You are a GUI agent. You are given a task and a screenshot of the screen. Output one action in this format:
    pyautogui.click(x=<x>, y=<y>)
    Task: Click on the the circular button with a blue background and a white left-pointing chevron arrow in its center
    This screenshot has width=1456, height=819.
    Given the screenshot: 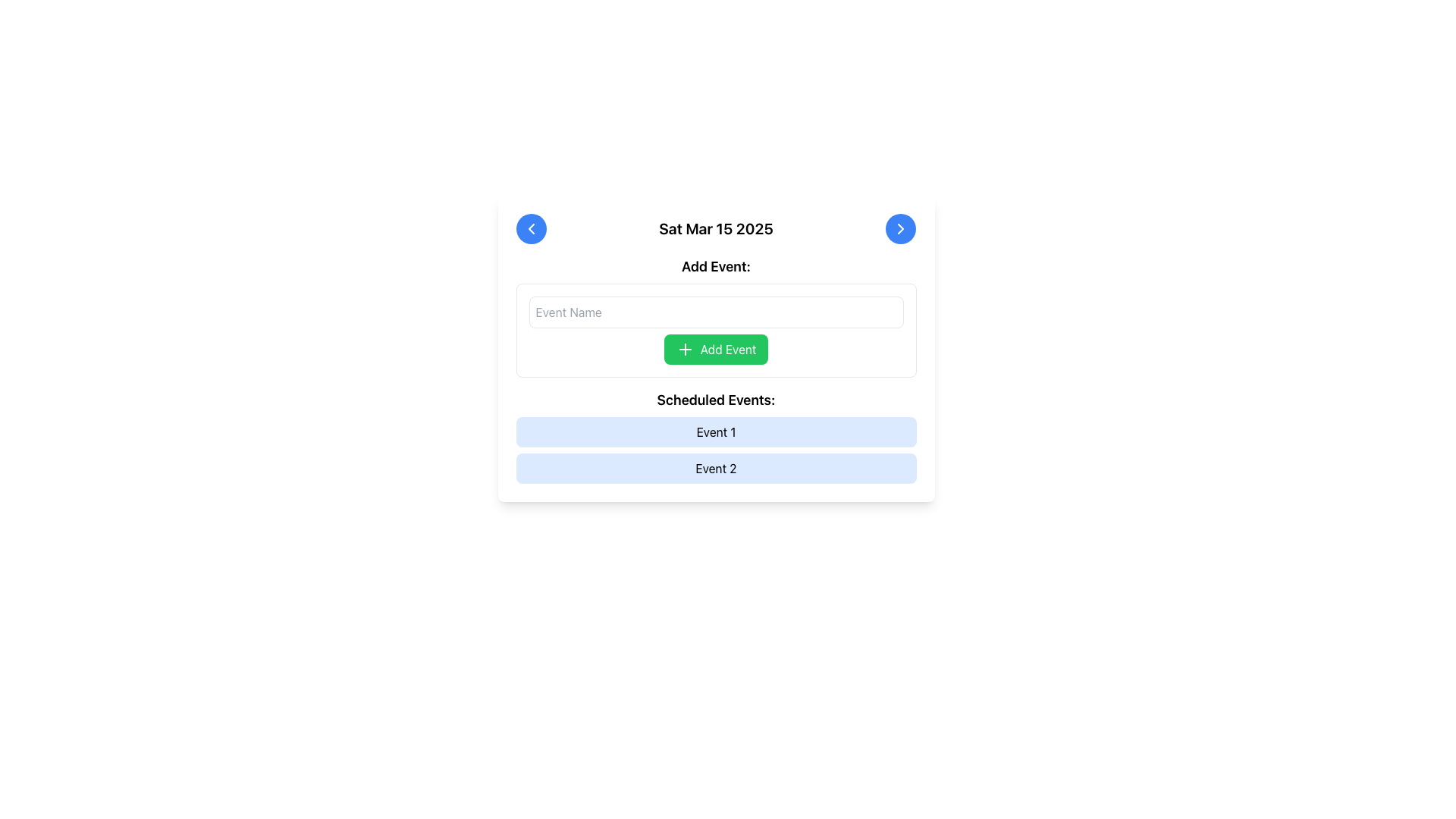 What is the action you would take?
    pyautogui.click(x=531, y=228)
    